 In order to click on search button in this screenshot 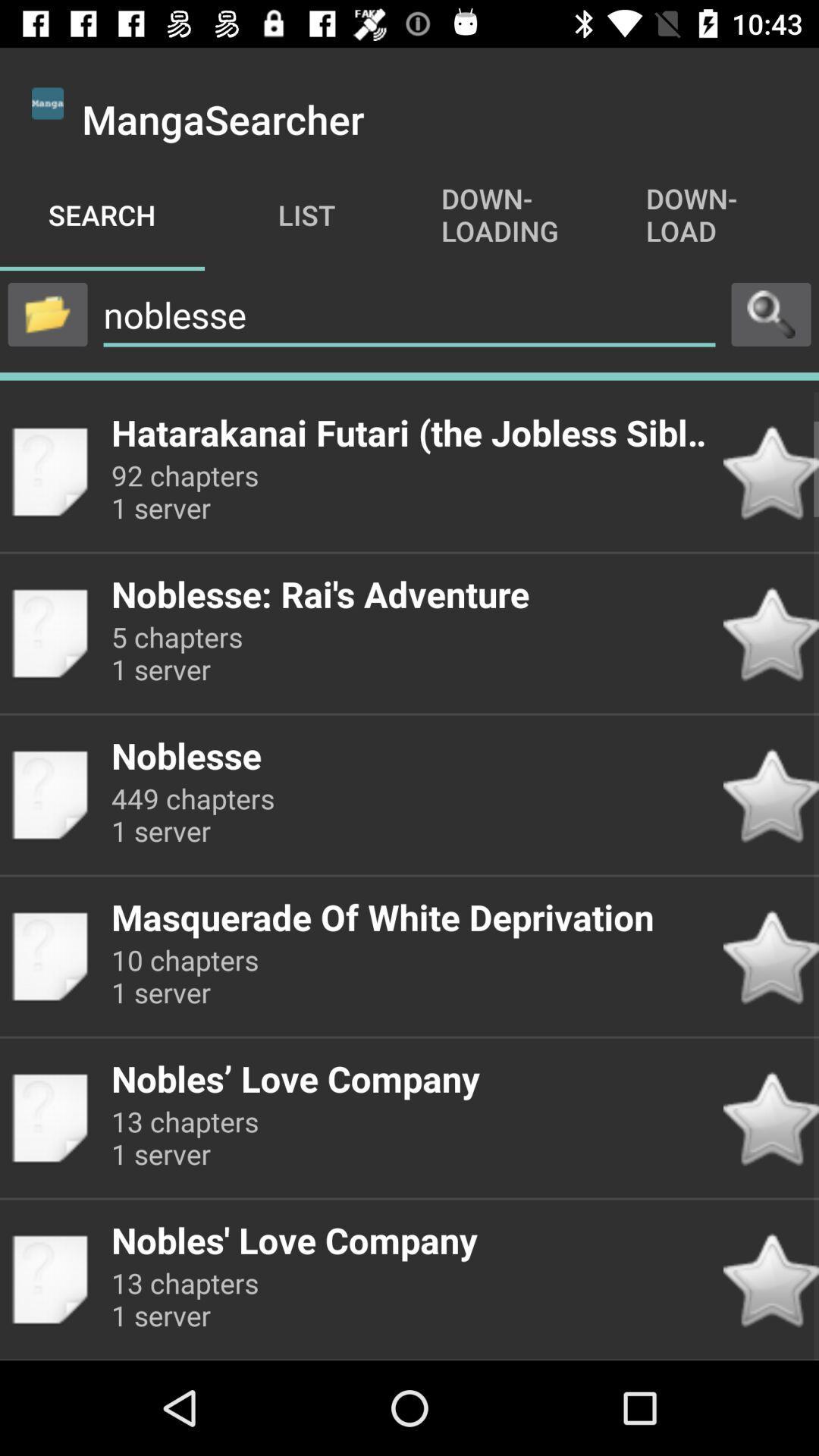, I will do `click(771, 313)`.